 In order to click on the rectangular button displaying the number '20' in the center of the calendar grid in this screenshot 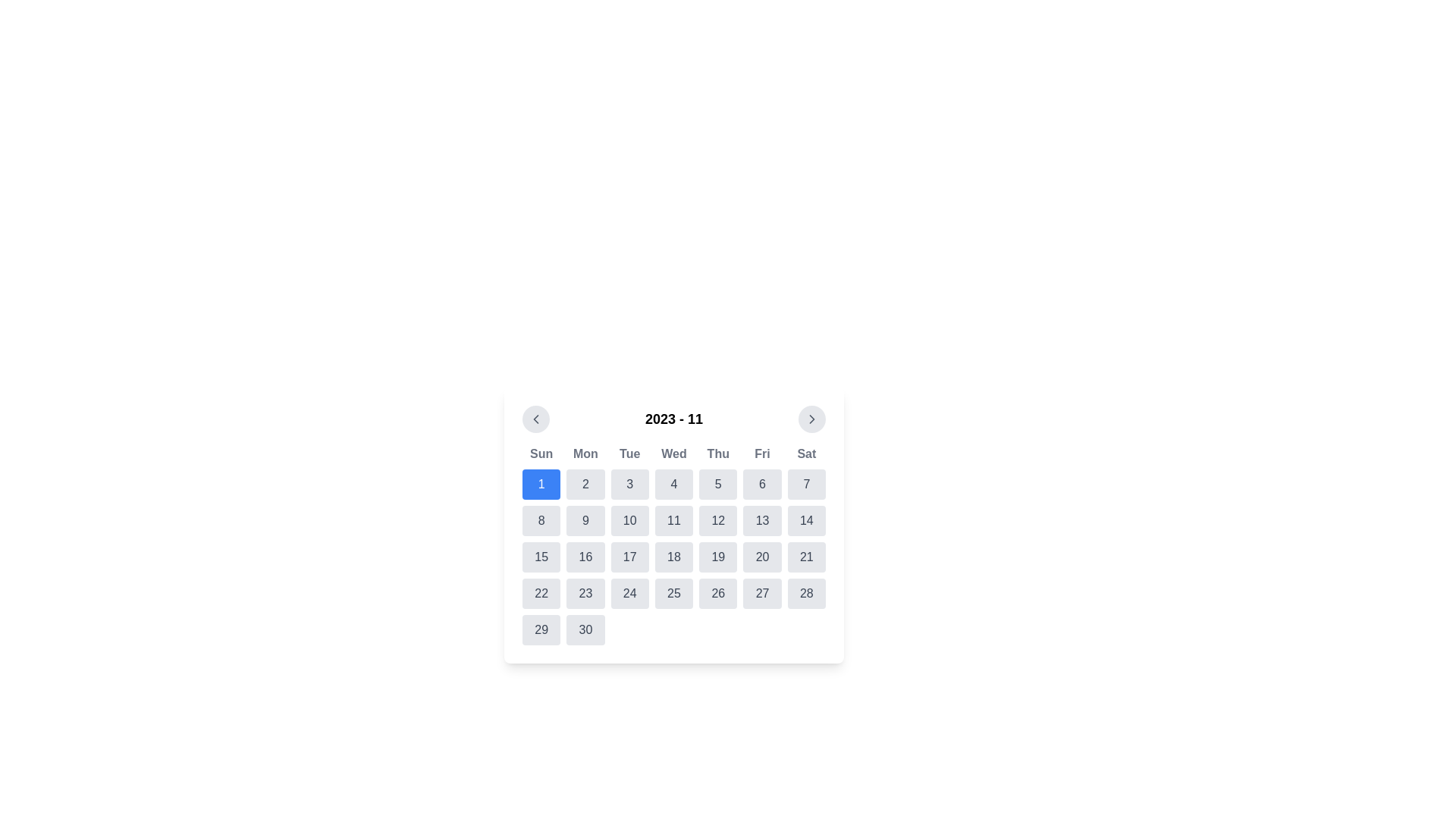, I will do `click(762, 557)`.